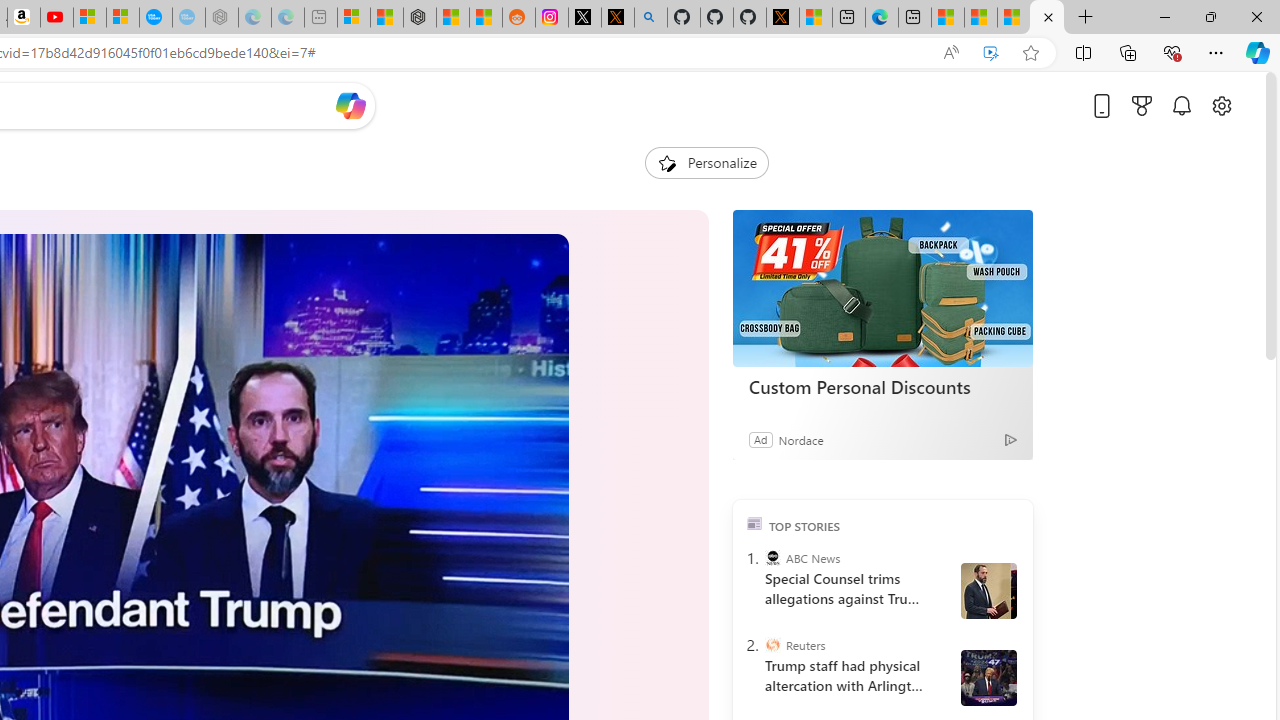  I want to click on 'Reuters', so click(772, 645).